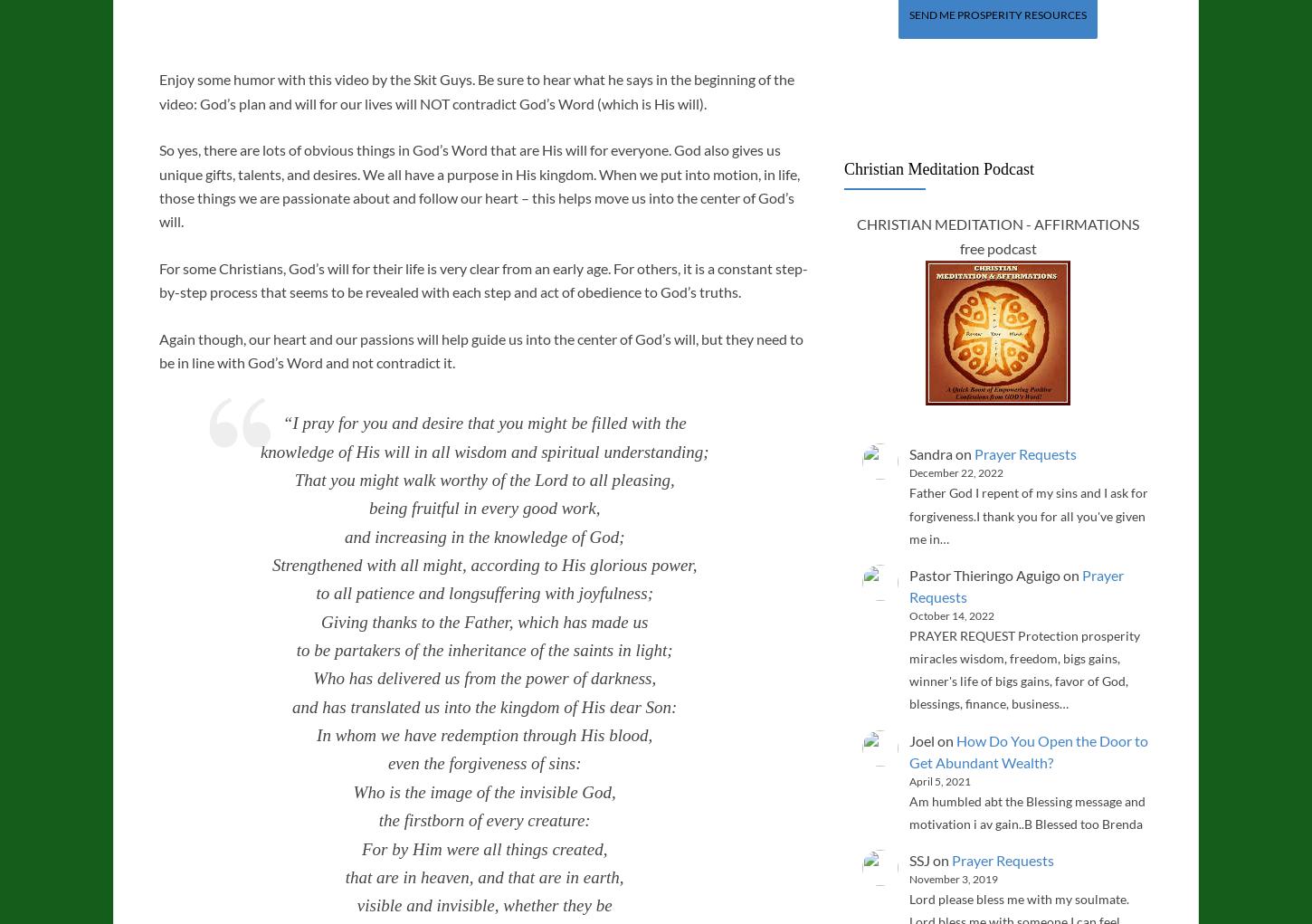 The width and height of the screenshot is (1312, 924). What do you see at coordinates (479, 186) in the screenshot?
I see `'So yes, there are lots of obvious things in God’s Word that are His will for everyone. God also gives us unique gifts, talents, and desires. We all have a purpose in His kingdom. When we put into motion, in life, those things we are passionate about and follow our heart – this helps move us into the center of God’s will.'` at bounding box center [479, 186].